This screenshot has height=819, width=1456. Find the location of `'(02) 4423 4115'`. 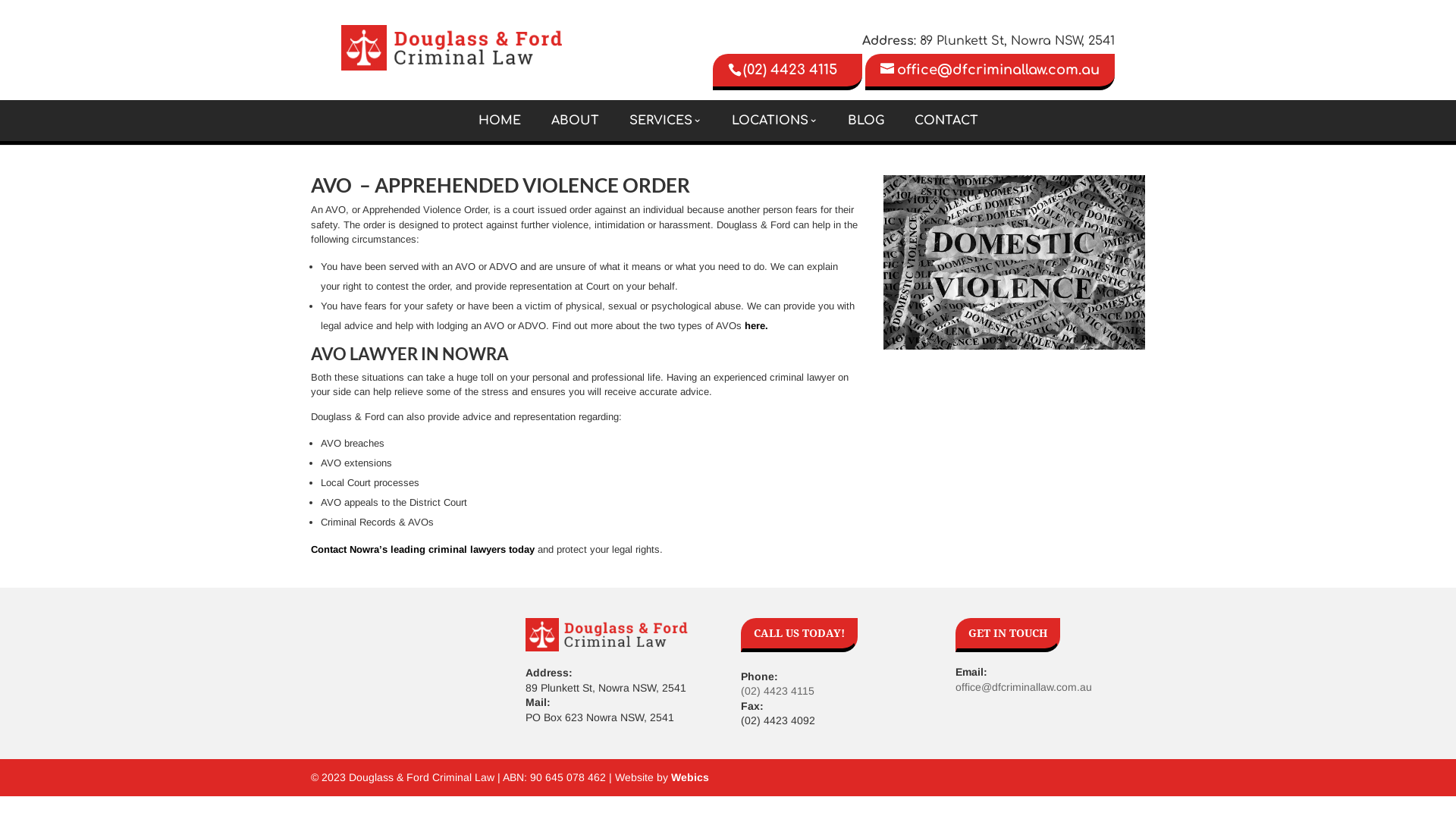

'(02) 4423 4115' is located at coordinates (787, 72).